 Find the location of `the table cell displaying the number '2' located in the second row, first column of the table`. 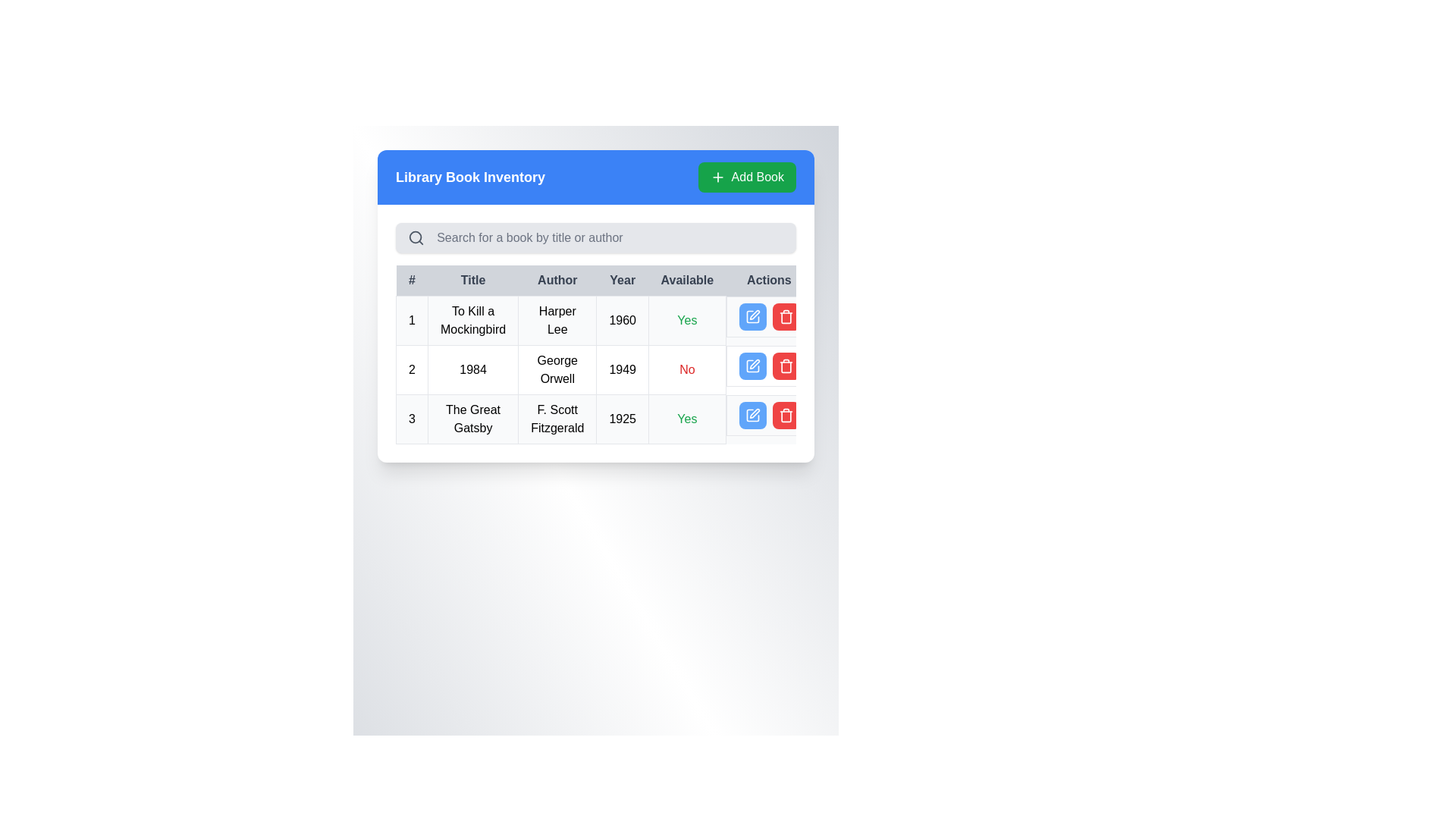

the table cell displaying the number '2' located in the second row, first column of the table is located at coordinates (412, 370).